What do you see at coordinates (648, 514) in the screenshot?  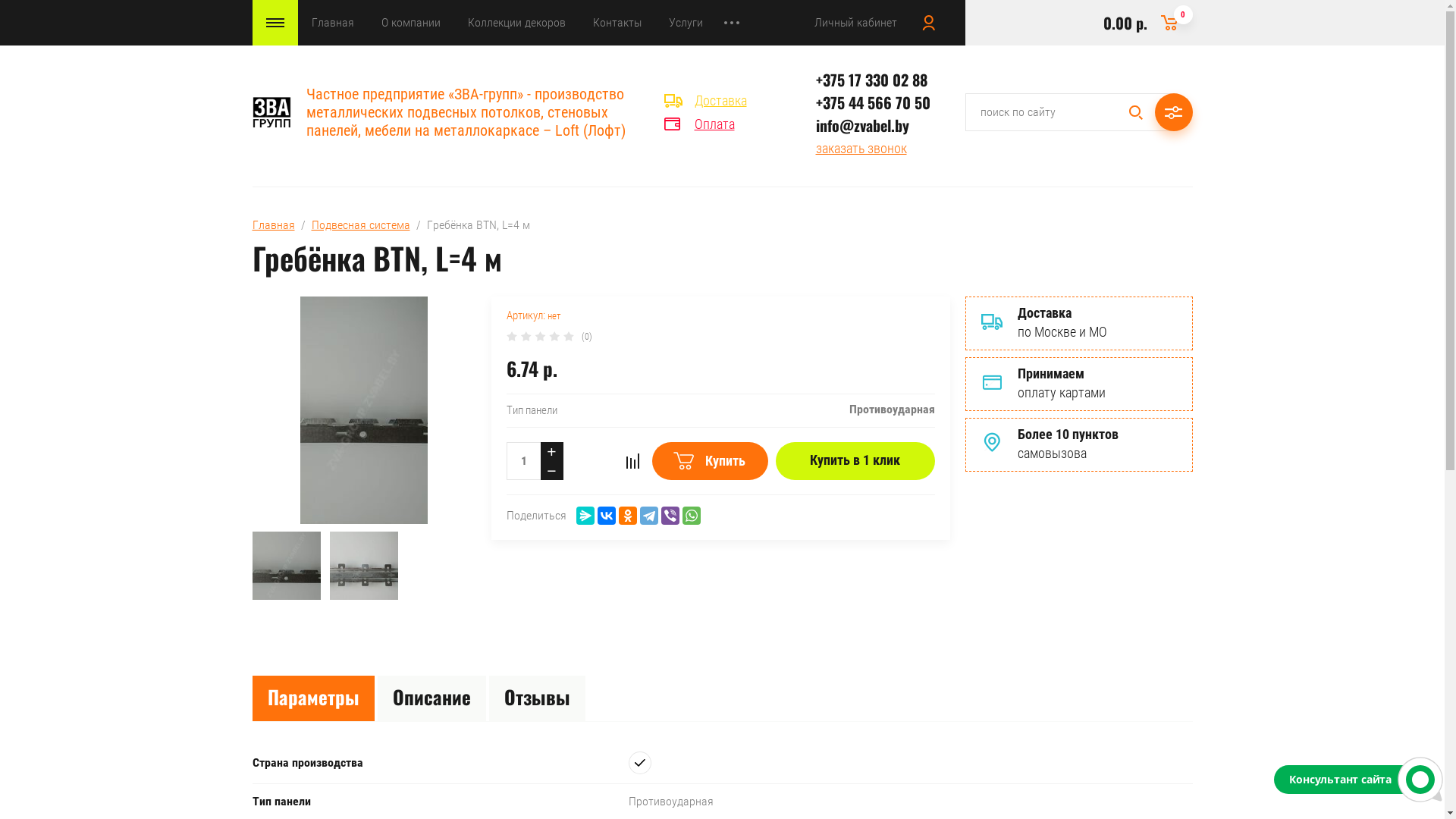 I see `'Telegram'` at bounding box center [648, 514].